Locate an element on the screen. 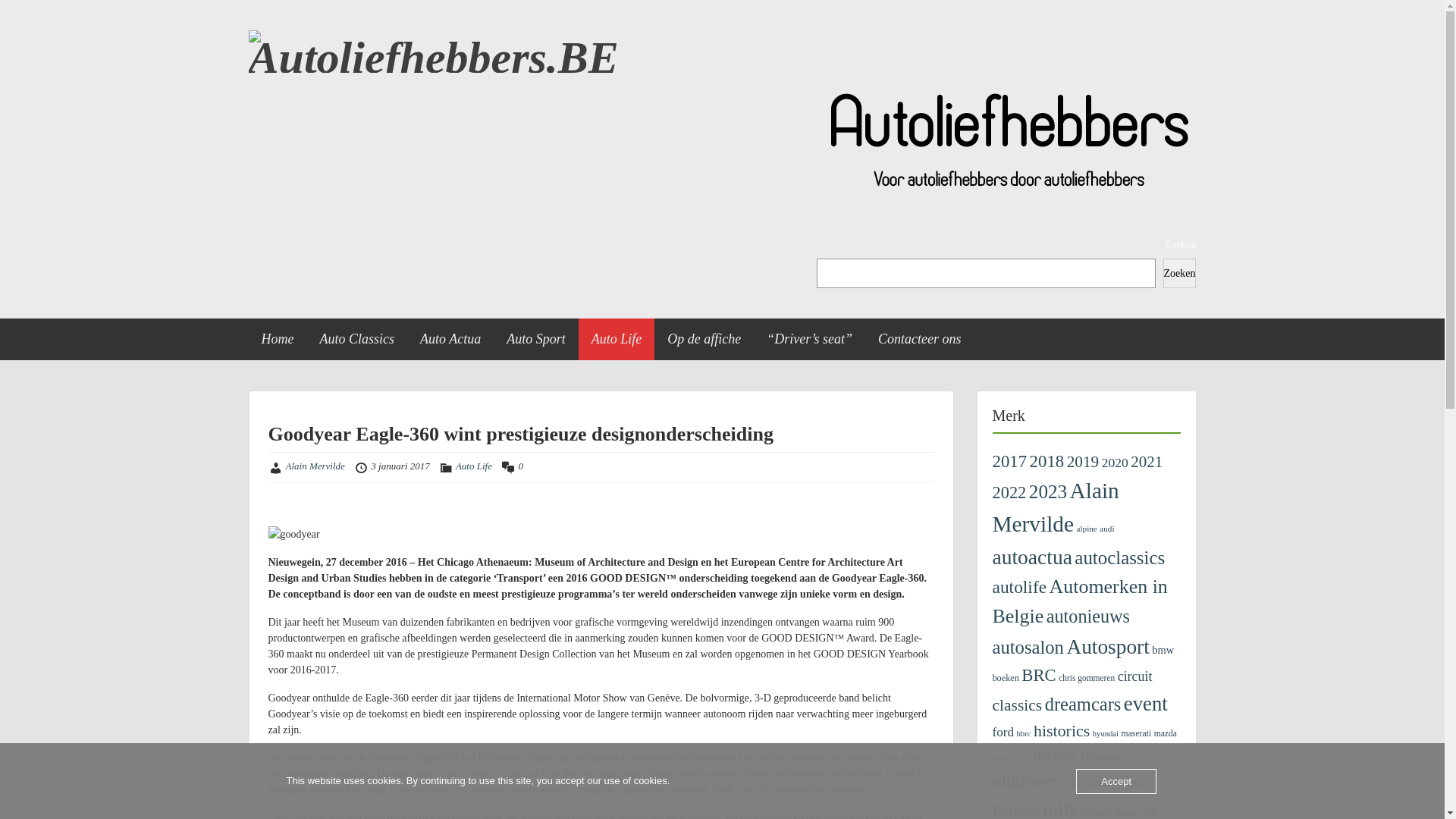 Image resolution: width=1456 pixels, height=819 pixels. 'maserati' is located at coordinates (1136, 733).